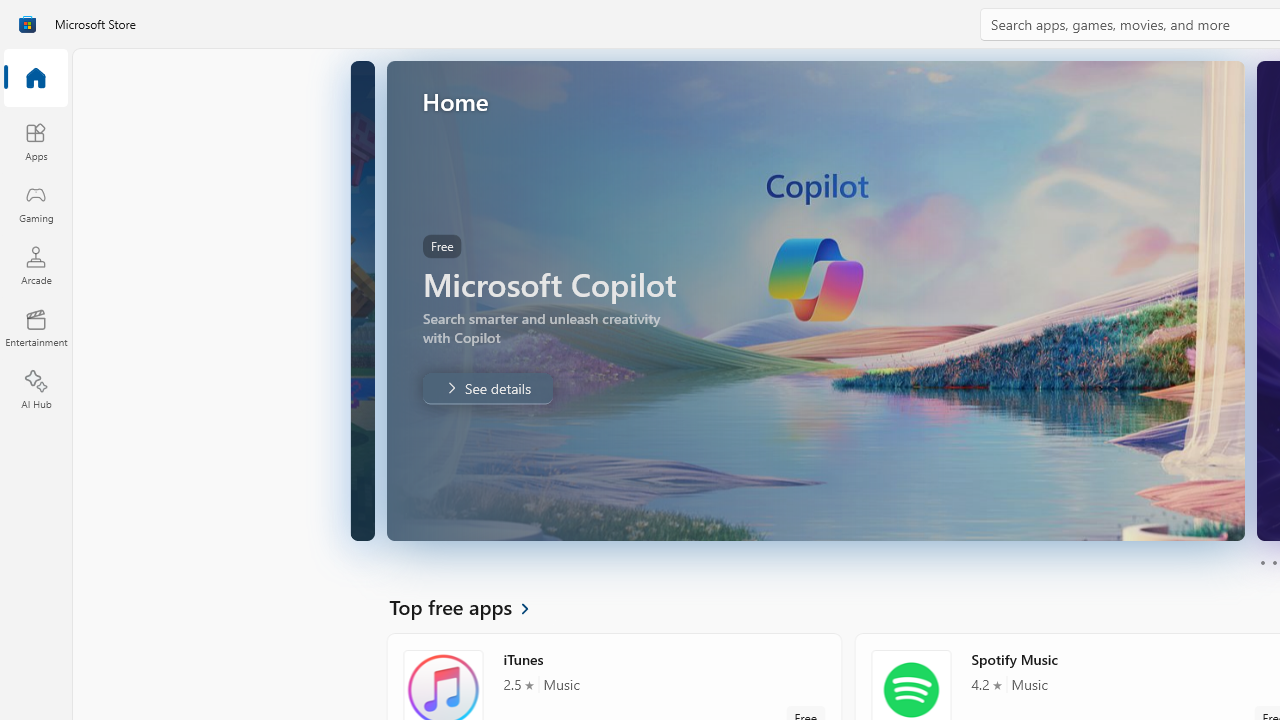 This screenshot has height=720, width=1280. I want to click on 'Gaming', so click(35, 203).